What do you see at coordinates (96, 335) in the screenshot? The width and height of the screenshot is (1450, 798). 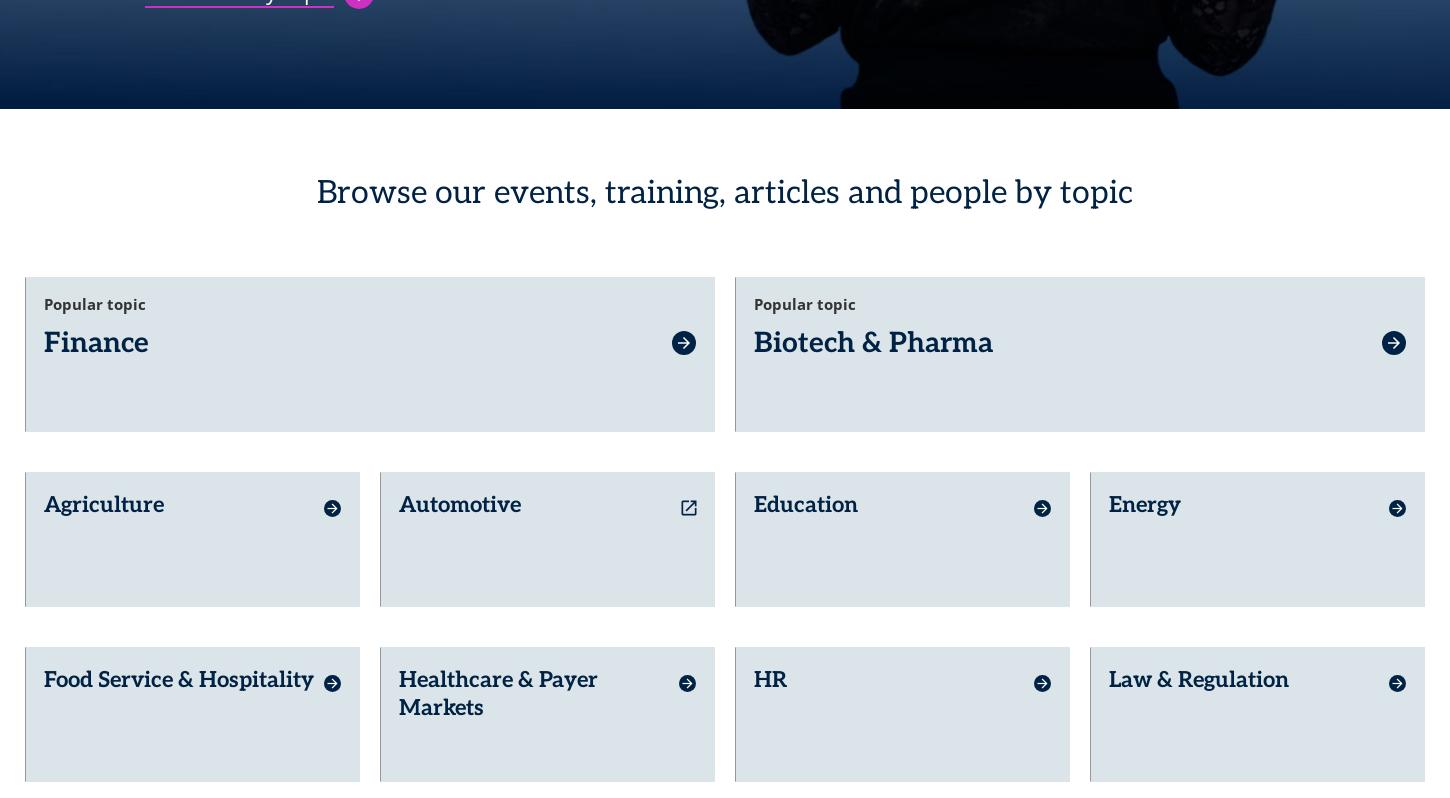 I see `'Finance'` at bounding box center [96, 335].